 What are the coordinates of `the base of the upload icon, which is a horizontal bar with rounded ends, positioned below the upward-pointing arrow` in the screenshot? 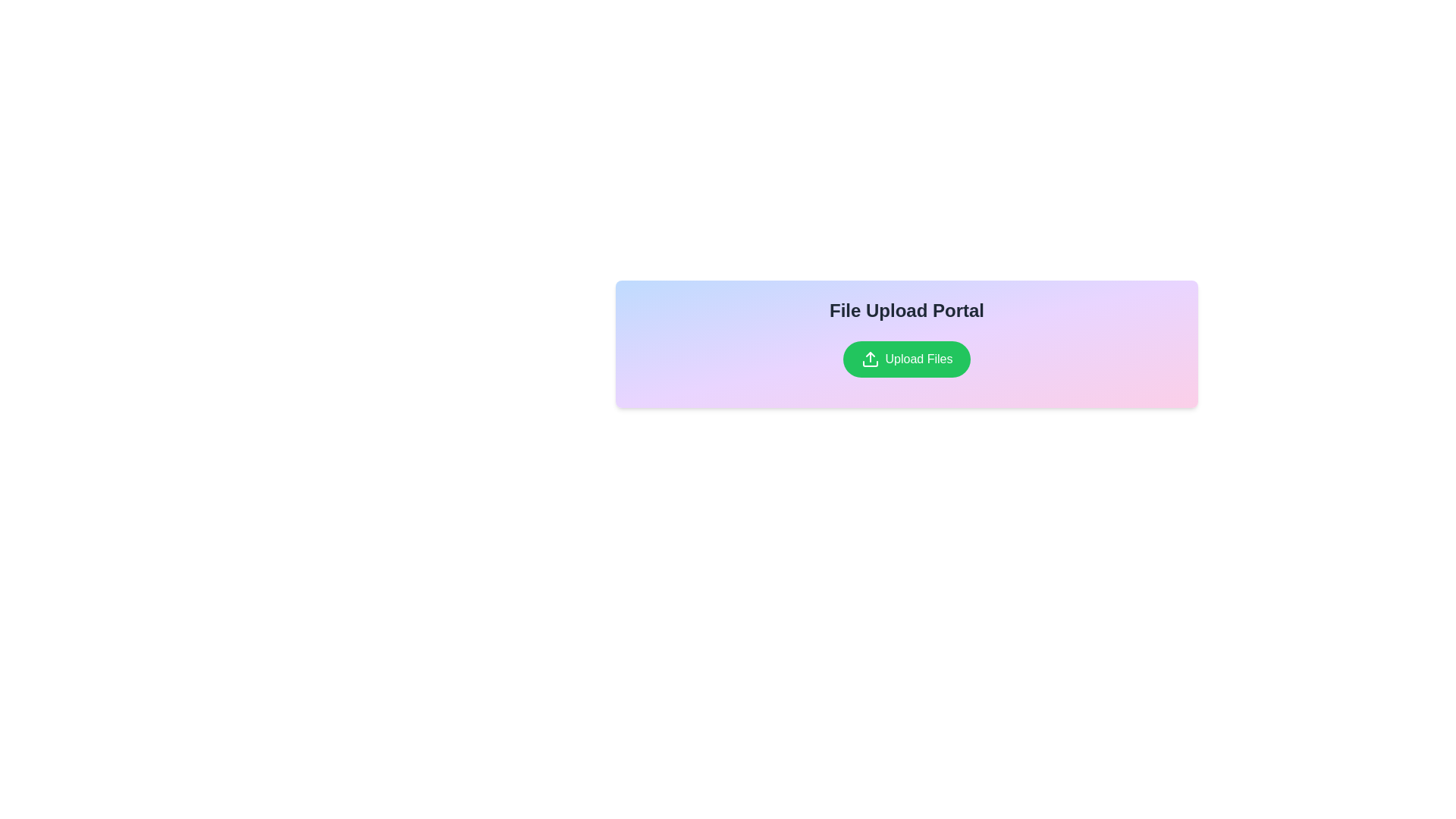 It's located at (870, 363).